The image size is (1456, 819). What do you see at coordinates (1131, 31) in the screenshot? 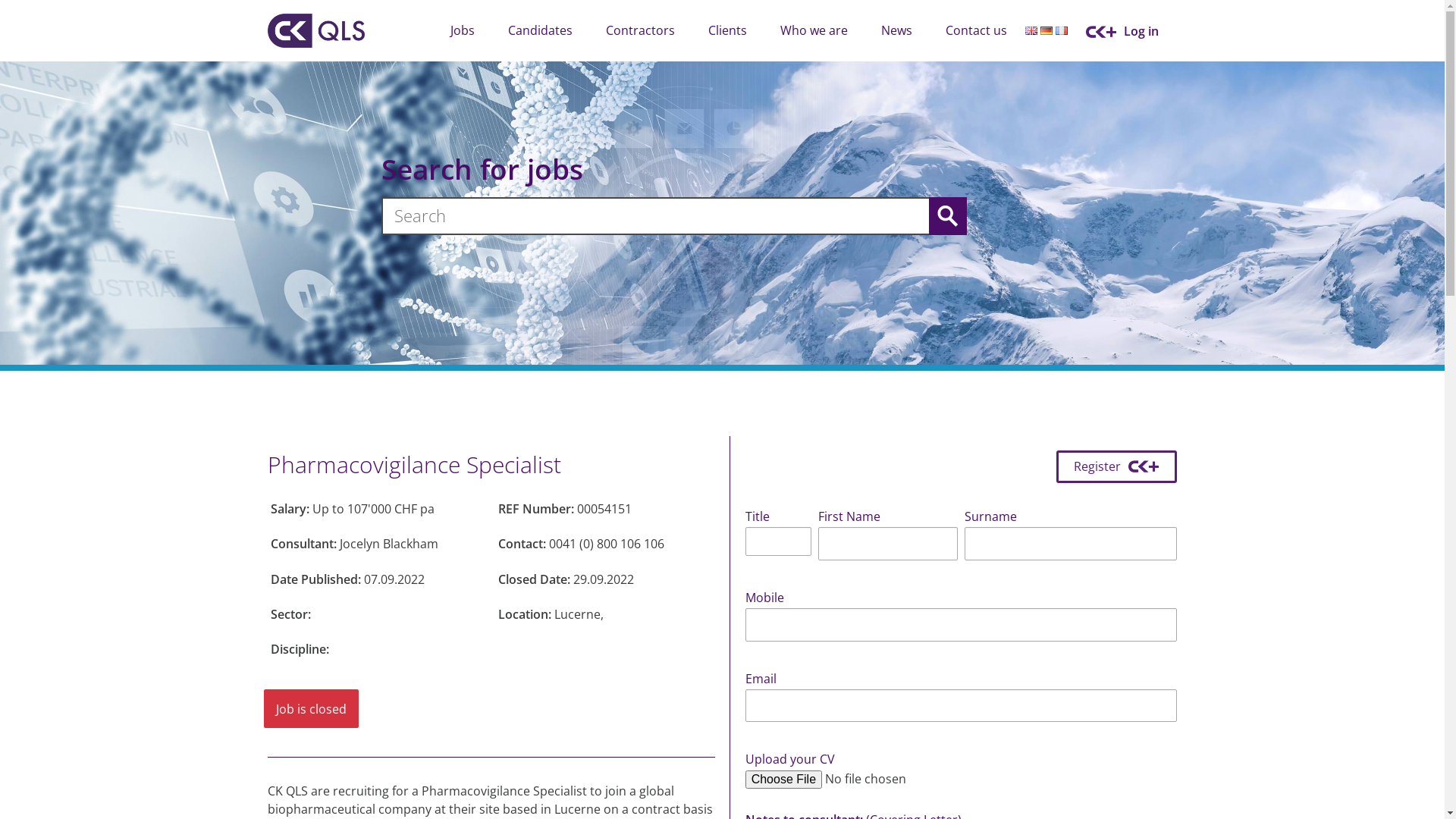
I see `'Log in'` at bounding box center [1131, 31].